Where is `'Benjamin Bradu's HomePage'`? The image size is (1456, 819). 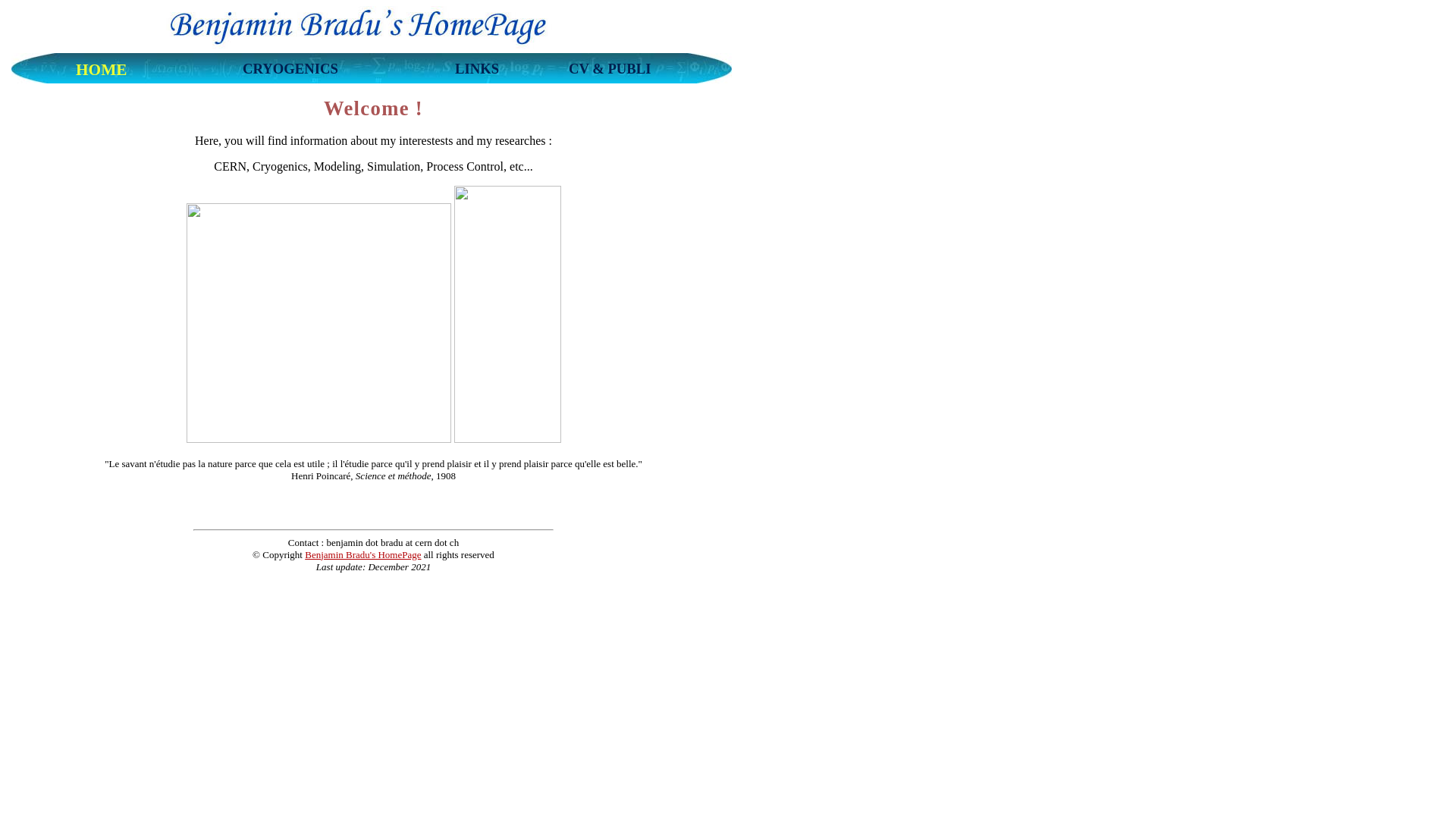 'Benjamin Bradu's HomePage' is located at coordinates (362, 554).